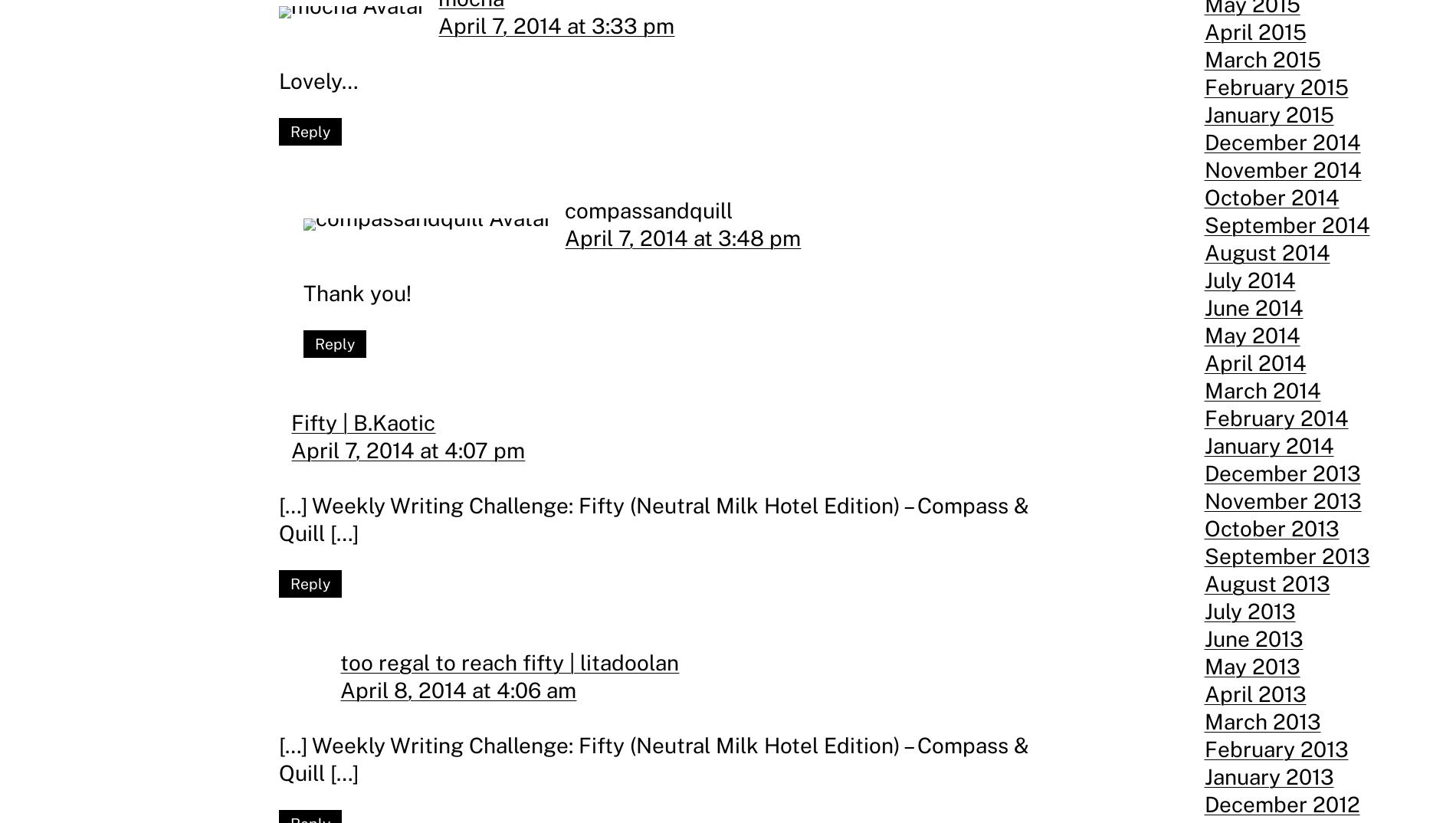 The image size is (1456, 823). What do you see at coordinates (1286, 556) in the screenshot?
I see `'September 2013'` at bounding box center [1286, 556].